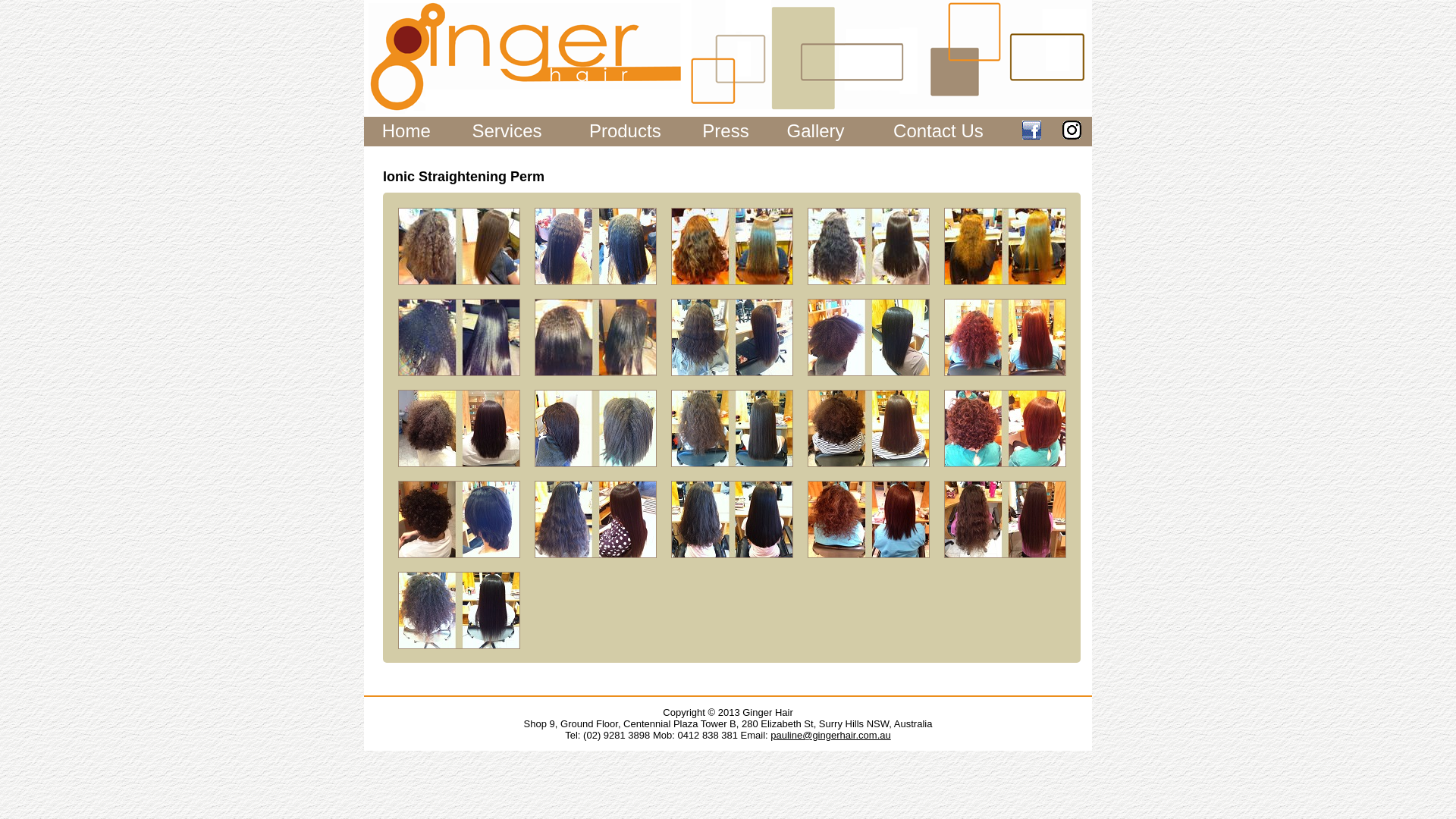 This screenshot has width=1456, height=819. Describe the element at coordinates (724, 130) in the screenshot. I see `'Press'` at that location.